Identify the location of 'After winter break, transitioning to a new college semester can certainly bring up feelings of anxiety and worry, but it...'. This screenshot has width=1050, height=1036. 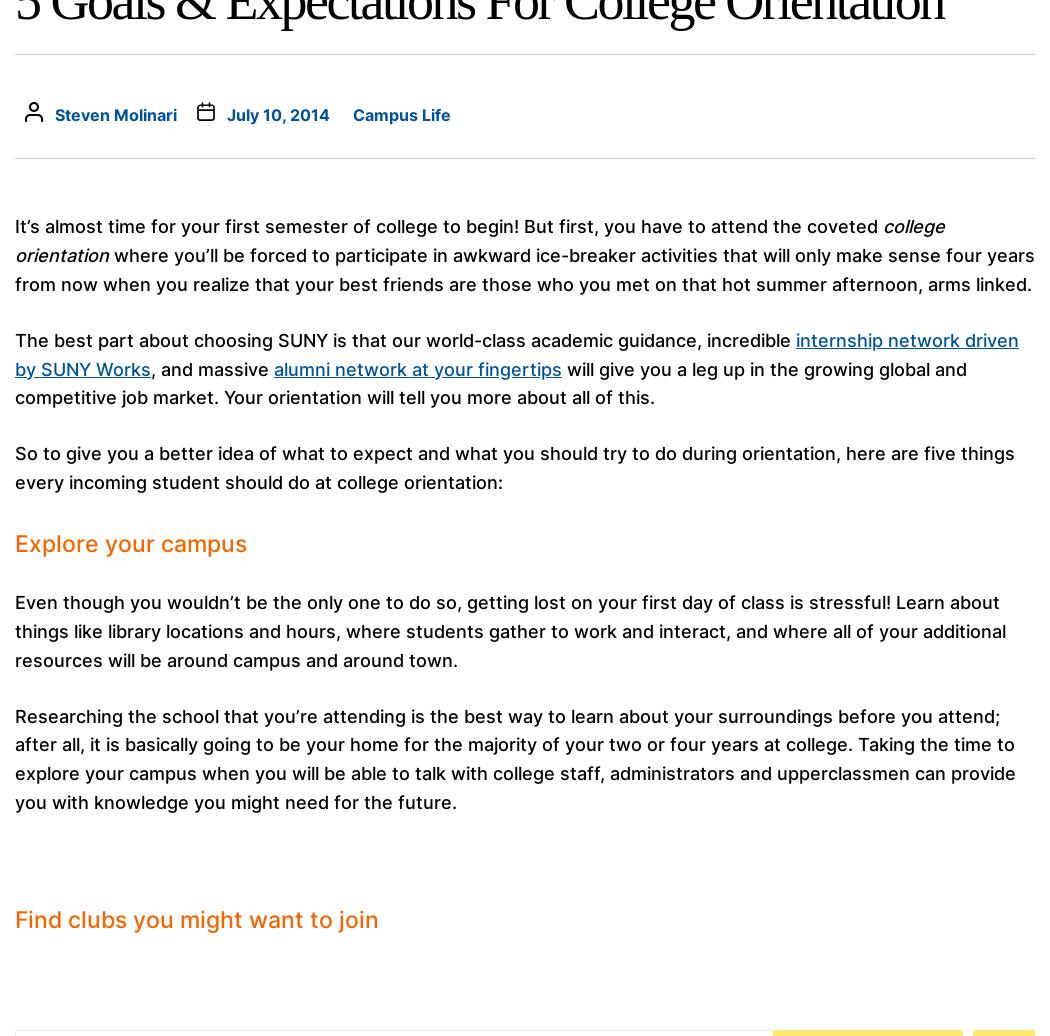
(724, 42).